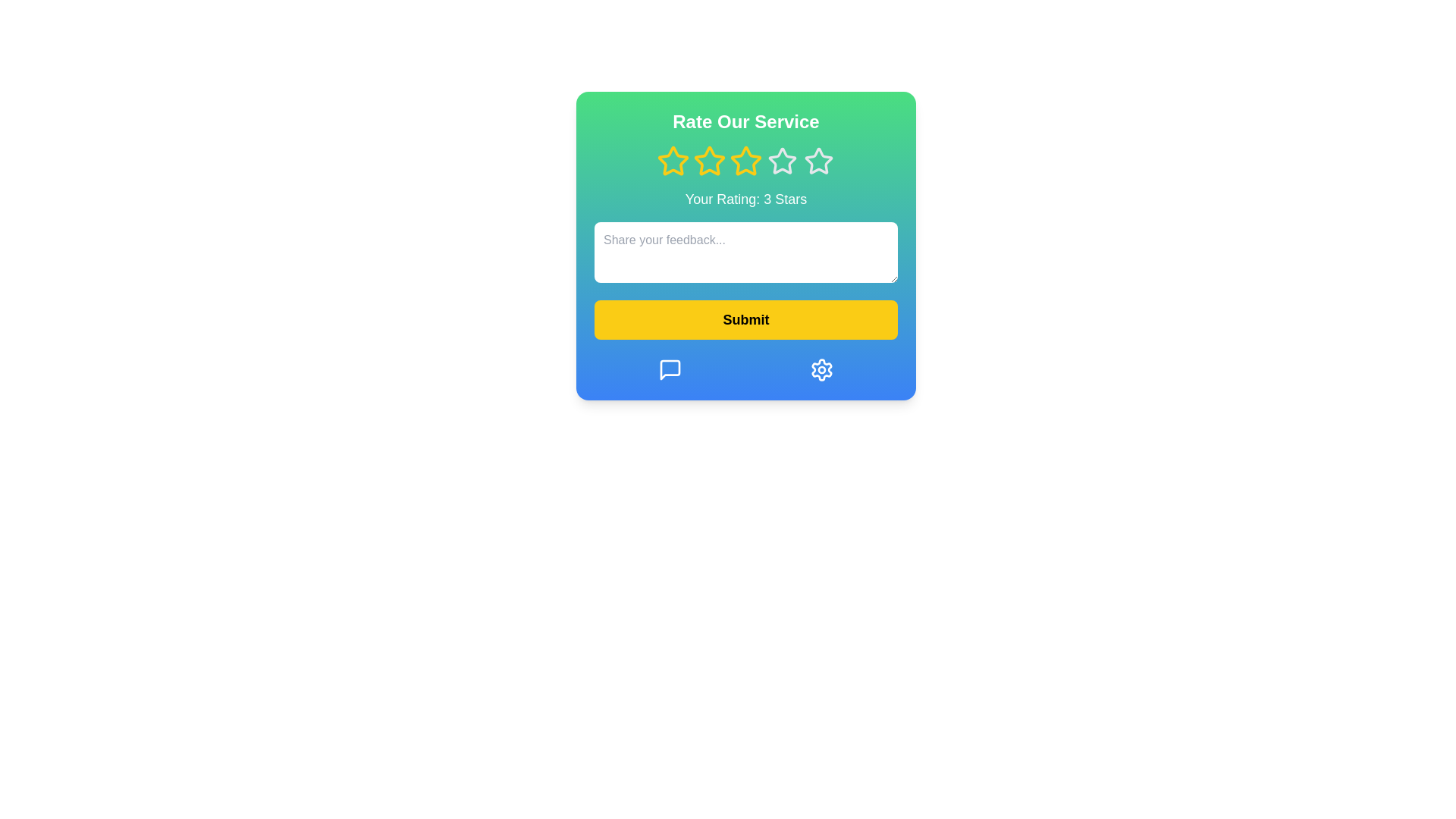  I want to click on the third star icon from the left in the group of five stars, so click(745, 161).